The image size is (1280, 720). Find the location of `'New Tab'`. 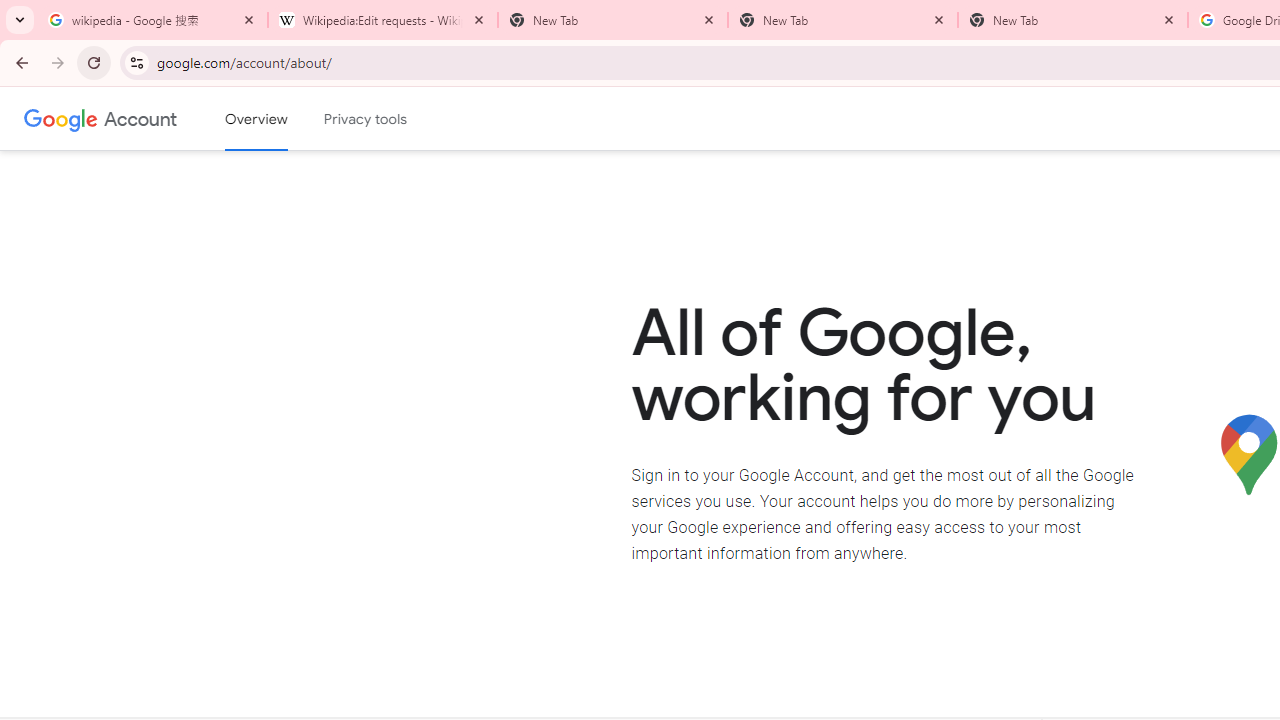

'New Tab' is located at coordinates (1071, 20).